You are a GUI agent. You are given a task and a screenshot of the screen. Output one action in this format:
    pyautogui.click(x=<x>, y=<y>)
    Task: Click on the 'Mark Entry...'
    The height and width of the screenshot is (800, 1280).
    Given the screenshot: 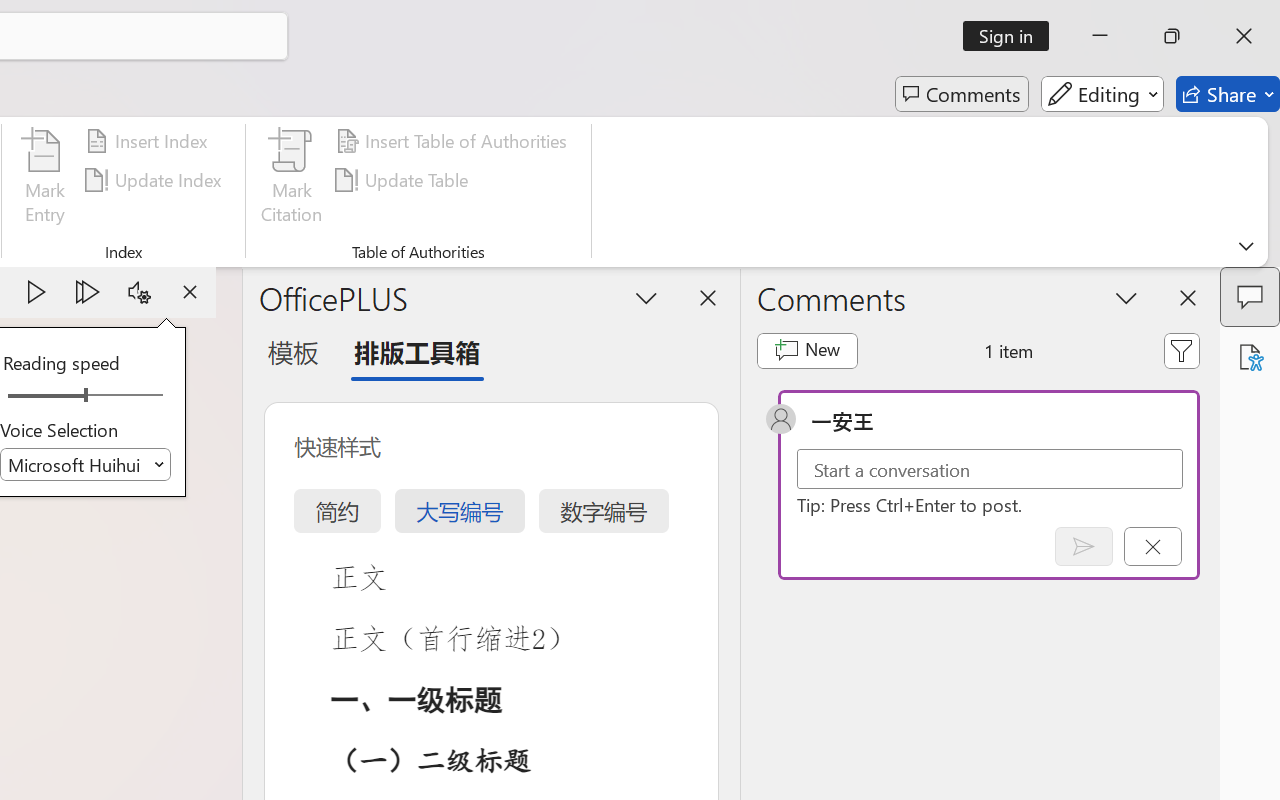 What is the action you would take?
    pyautogui.click(x=44, y=179)
    